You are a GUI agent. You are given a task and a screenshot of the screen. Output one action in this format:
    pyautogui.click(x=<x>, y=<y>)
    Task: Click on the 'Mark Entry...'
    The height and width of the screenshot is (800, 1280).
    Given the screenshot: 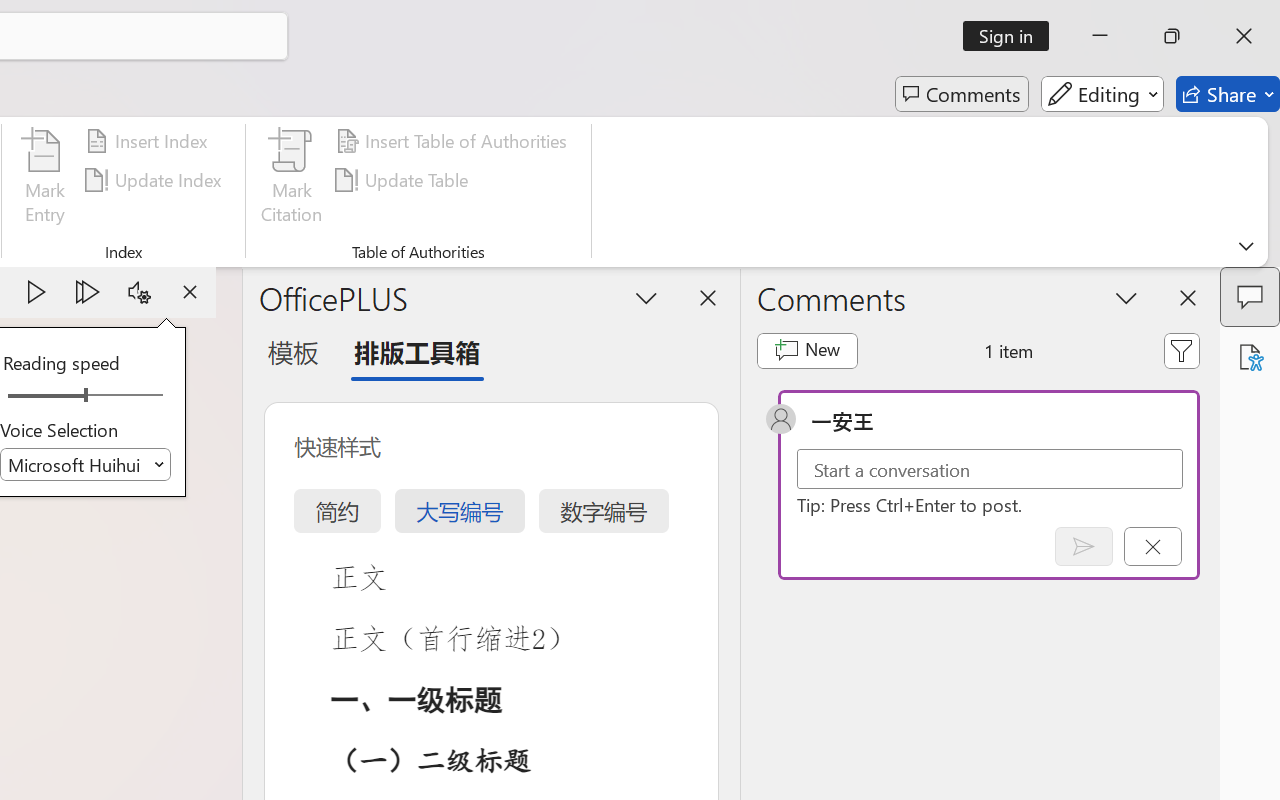 What is the action you would take?
    pyautogui.click(x=44, y=179)
    